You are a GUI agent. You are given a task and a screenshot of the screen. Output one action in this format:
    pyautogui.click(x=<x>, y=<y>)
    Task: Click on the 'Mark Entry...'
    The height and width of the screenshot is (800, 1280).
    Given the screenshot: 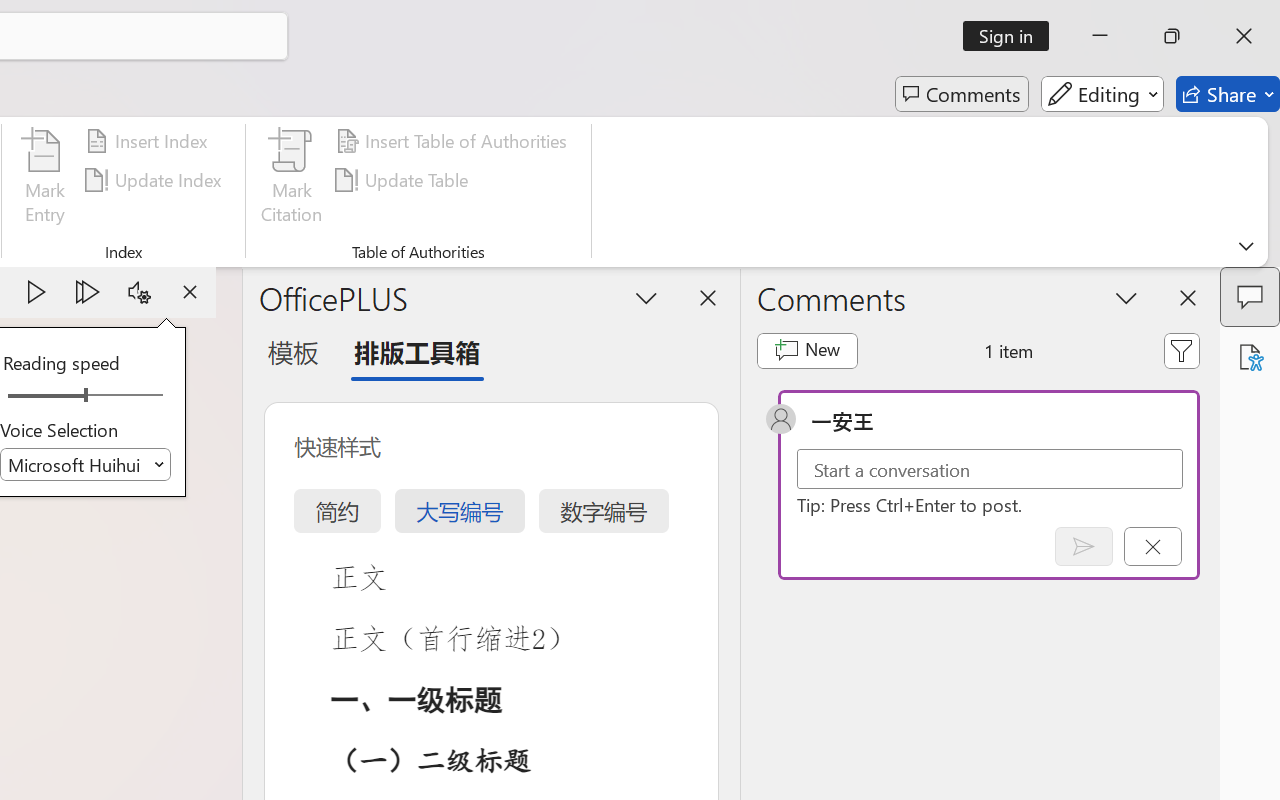 What is the action you would take?
    pyautogui.click(x=44, y=179)
    